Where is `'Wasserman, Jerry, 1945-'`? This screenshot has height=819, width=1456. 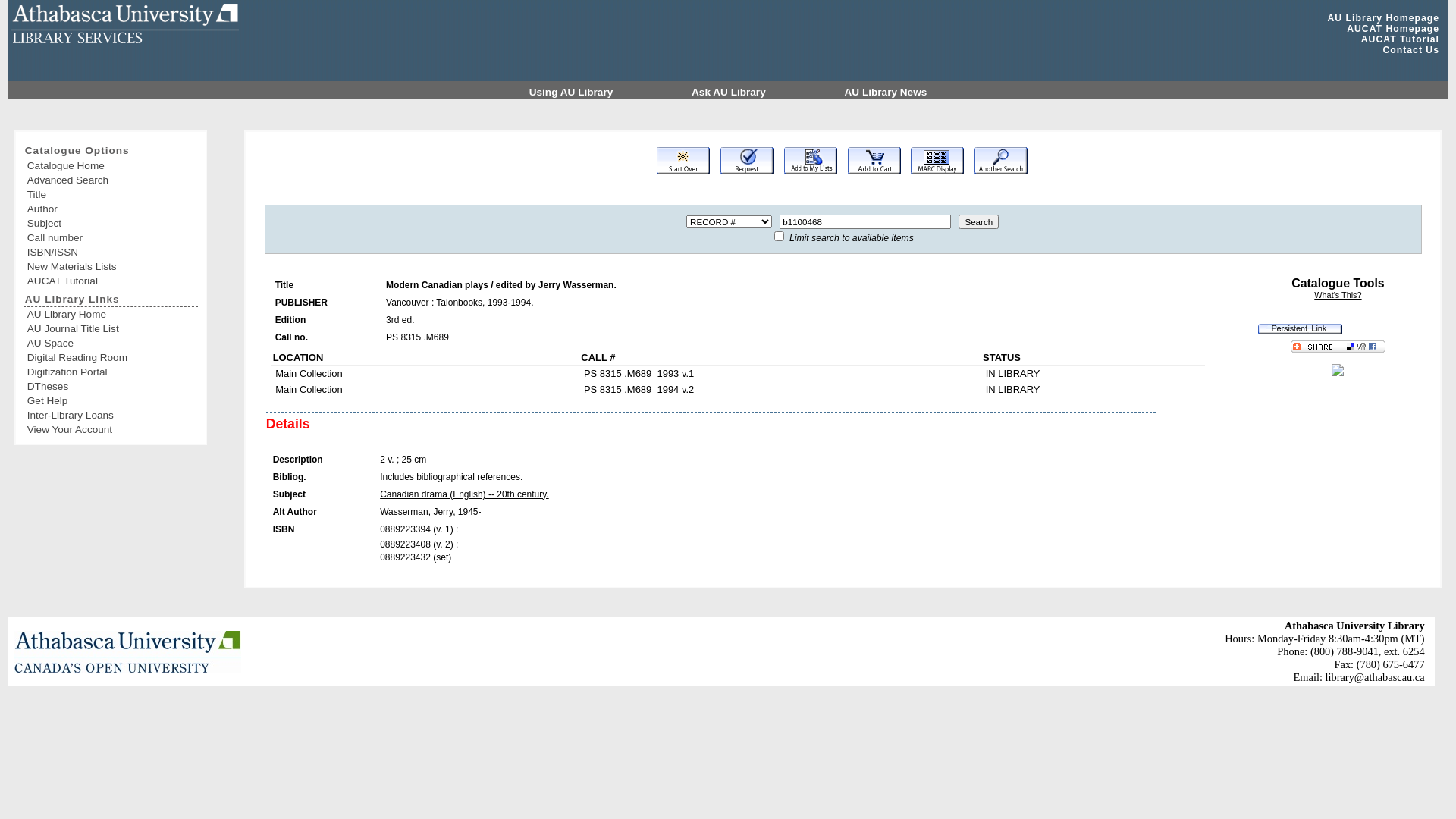
'Wasserman, Jerry, 1945-' is located at coordinates (429, 512).